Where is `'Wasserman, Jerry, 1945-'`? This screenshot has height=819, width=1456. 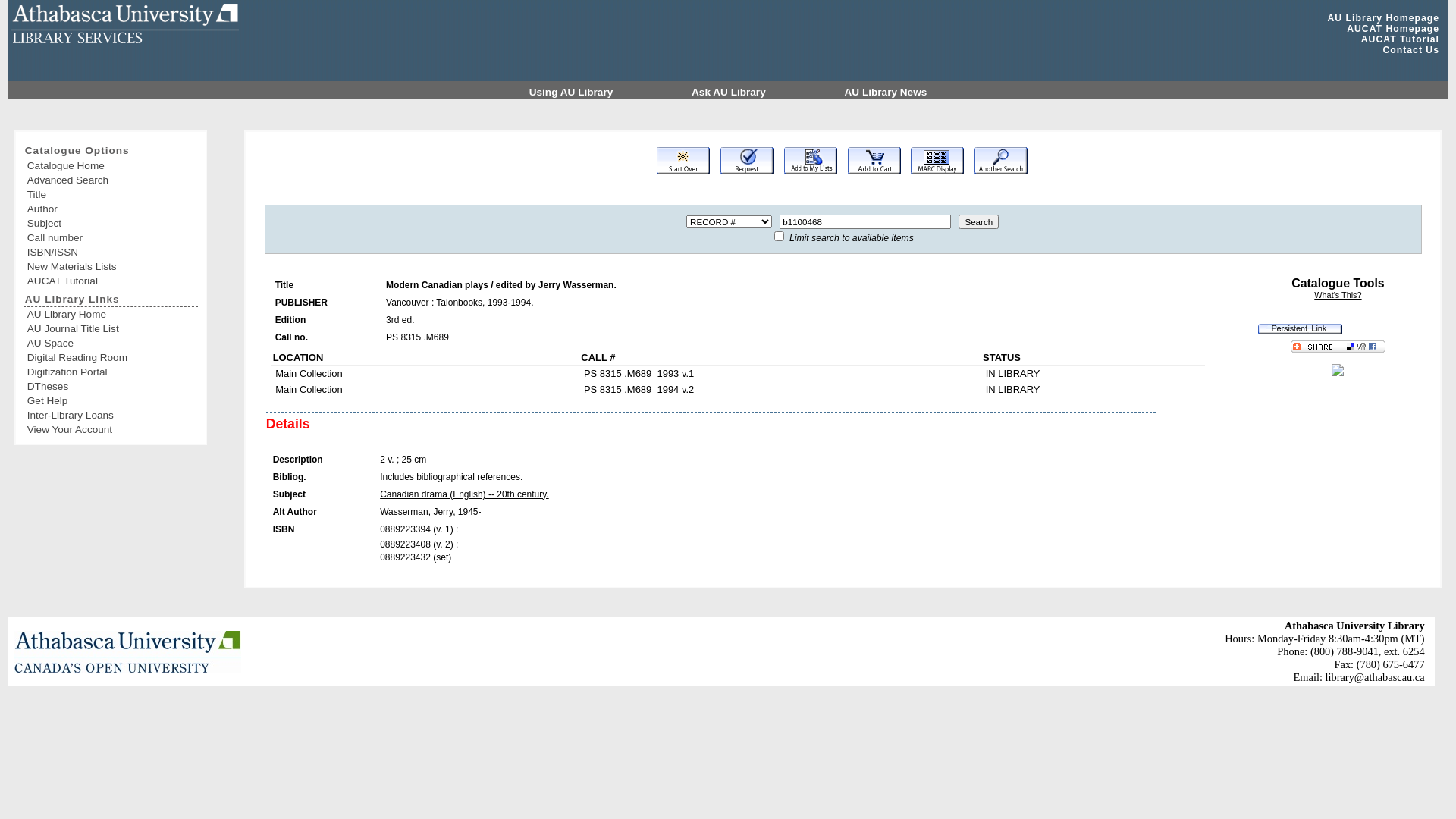
'Wasserman, Jerry, 1945-' is located at coordinates (429, 512).